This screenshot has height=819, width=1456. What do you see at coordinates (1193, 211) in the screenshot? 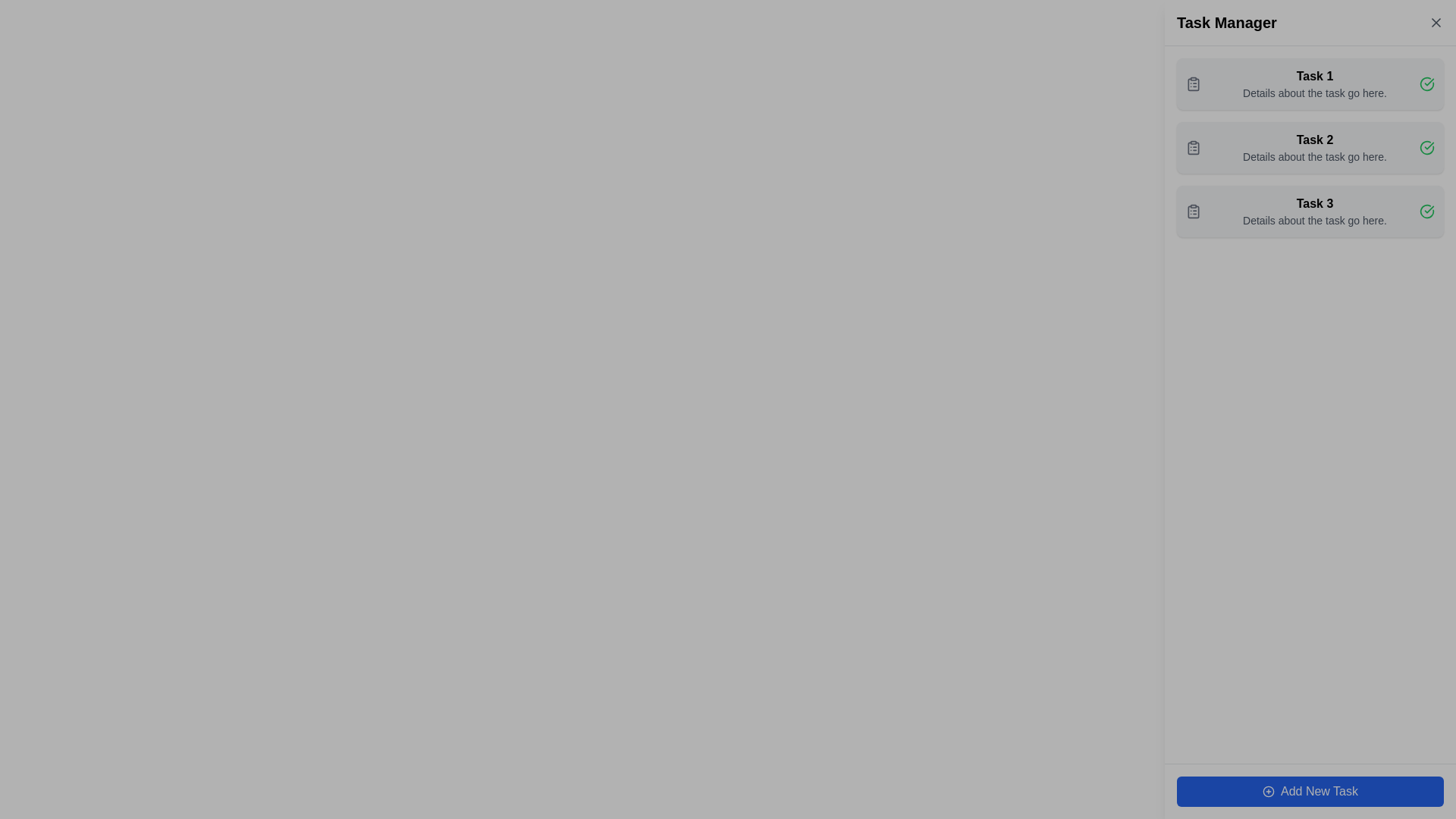
I see `the clipboard icon located in the third task block titled 'Task 3', positioned at the leftmost side beside the task title` at bounding box center [1193, 211].